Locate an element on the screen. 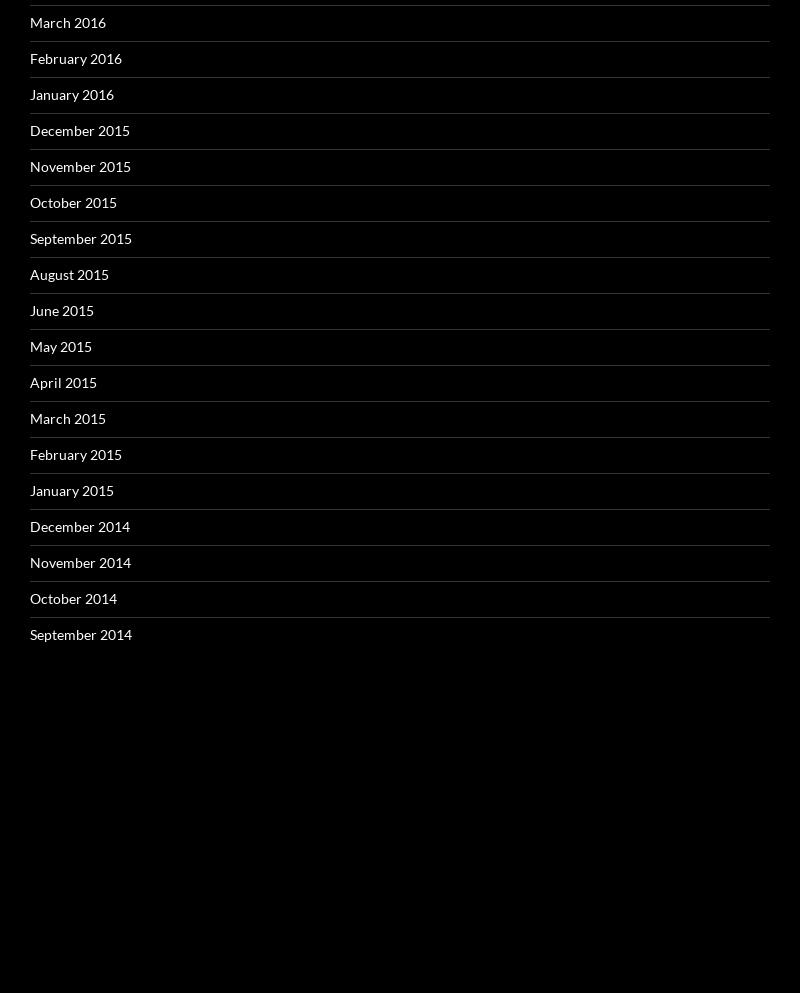  'January 2015' is located at coordinates (72, 488).